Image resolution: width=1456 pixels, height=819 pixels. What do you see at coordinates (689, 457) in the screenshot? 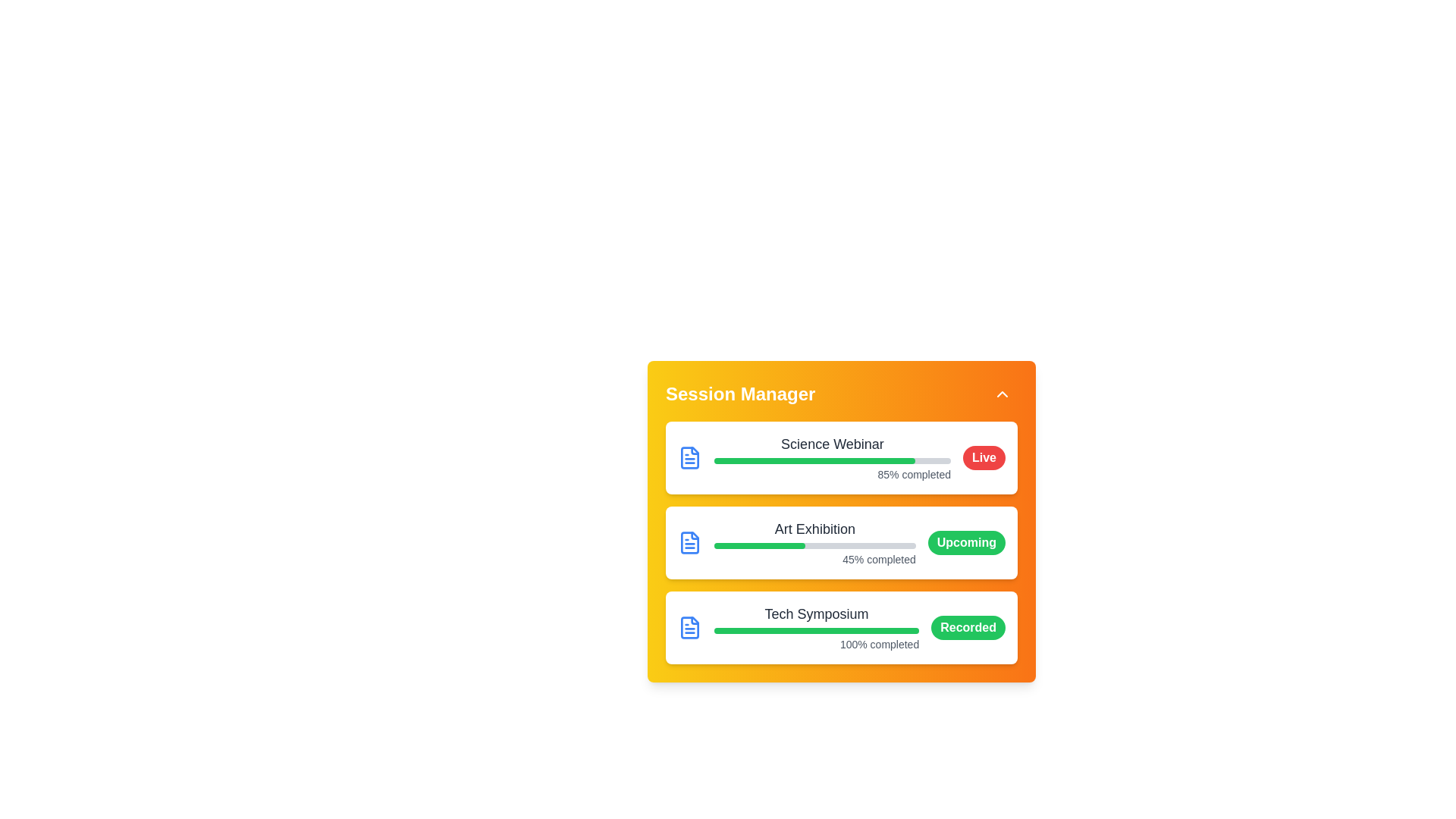
I see `the blue document icon located at the start of the 'Science Webinar' block, which is visually distinct with blue strokes against a white background` at bounding box center [689, 457].